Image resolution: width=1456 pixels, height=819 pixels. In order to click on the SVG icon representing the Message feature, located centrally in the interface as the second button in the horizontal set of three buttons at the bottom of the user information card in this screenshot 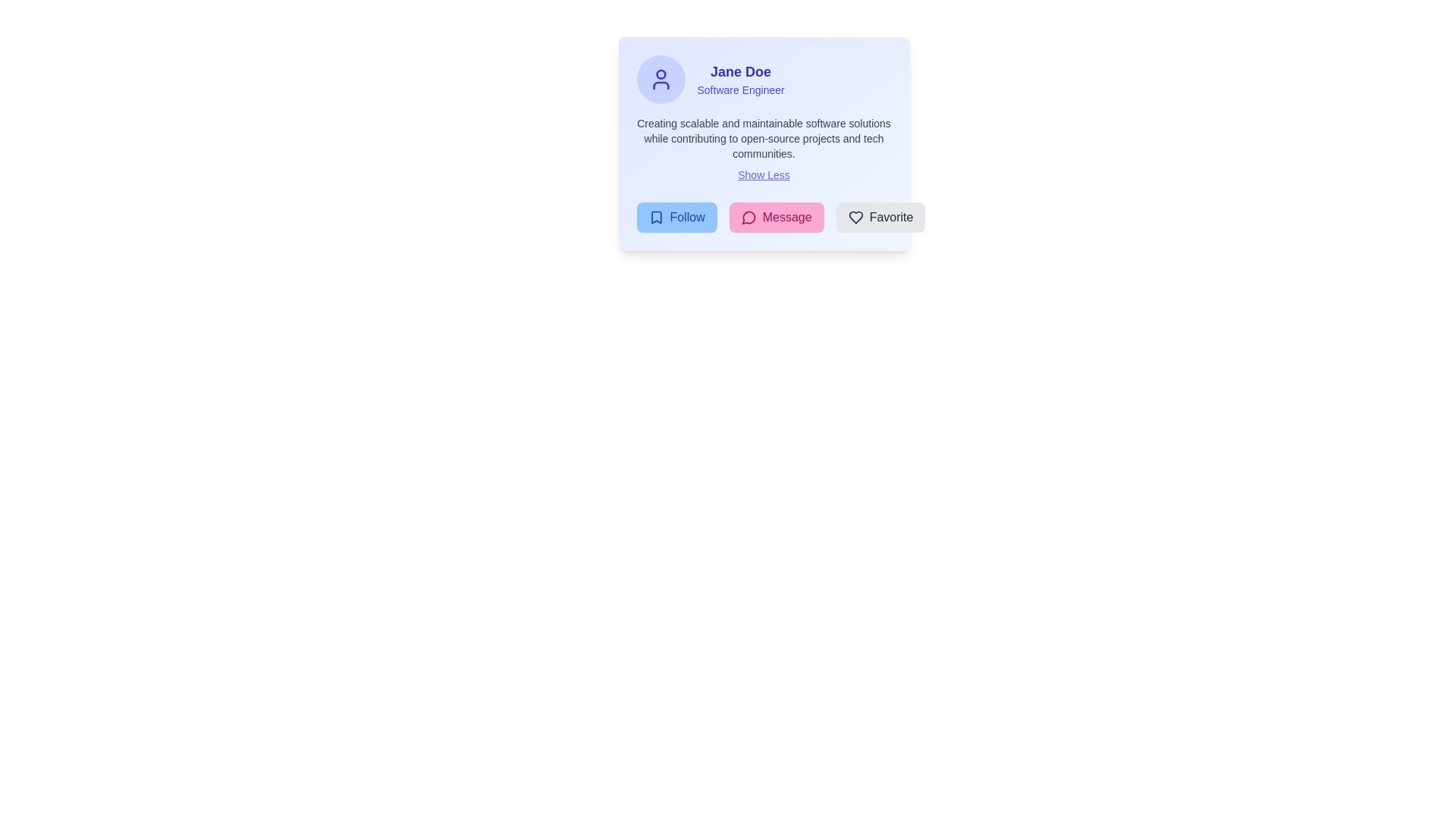, I will do `click(748, 218)`.